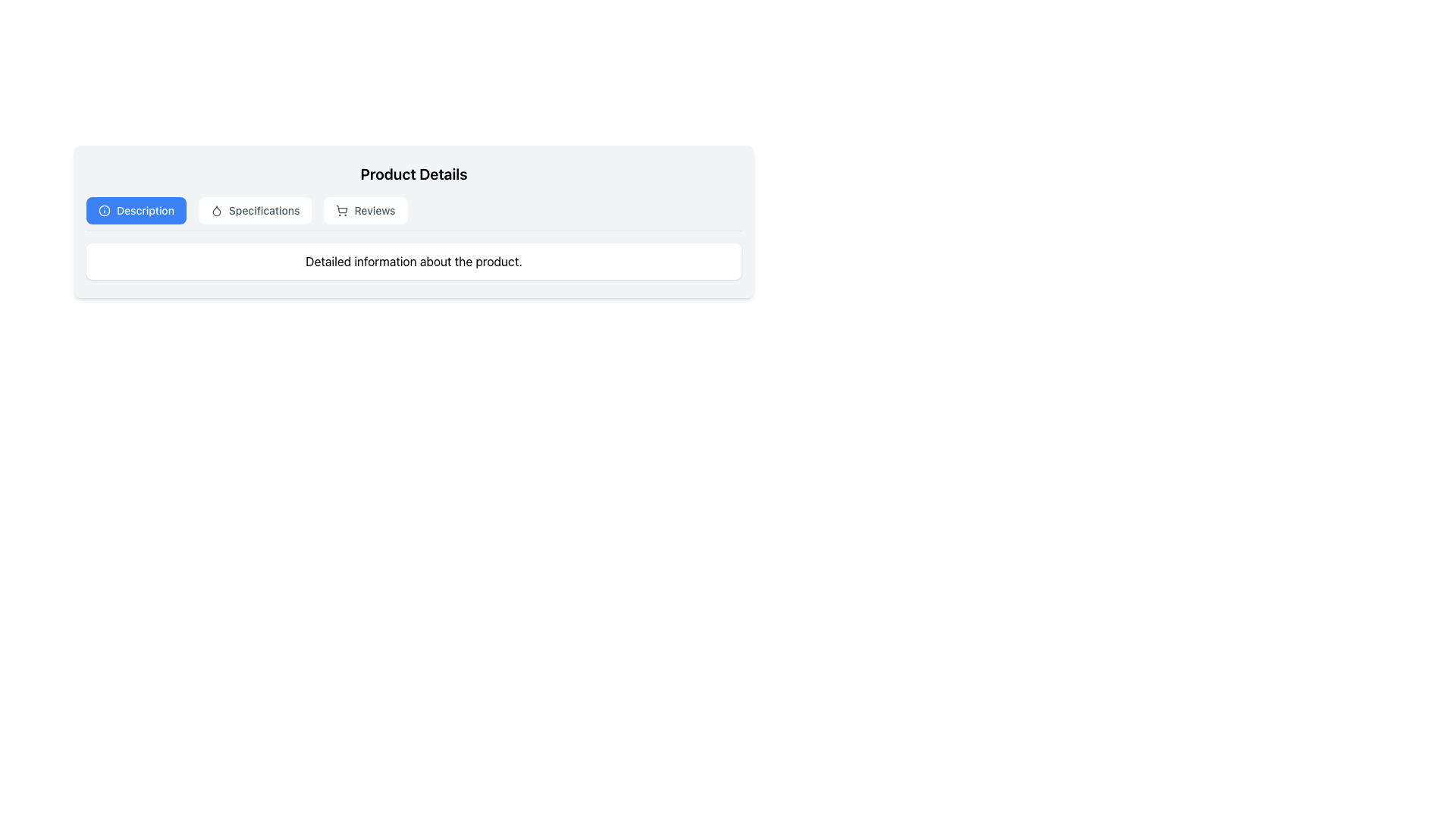 This screenshot has width=1456, height=819. I want to click on the leftmost tab label element, so click(136, 210).